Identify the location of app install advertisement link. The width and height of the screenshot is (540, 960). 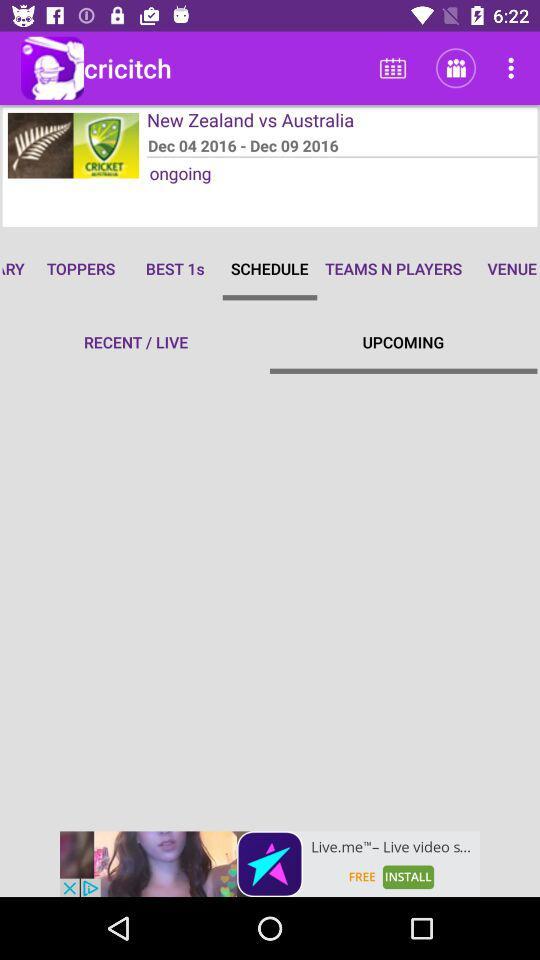
(270, 863).